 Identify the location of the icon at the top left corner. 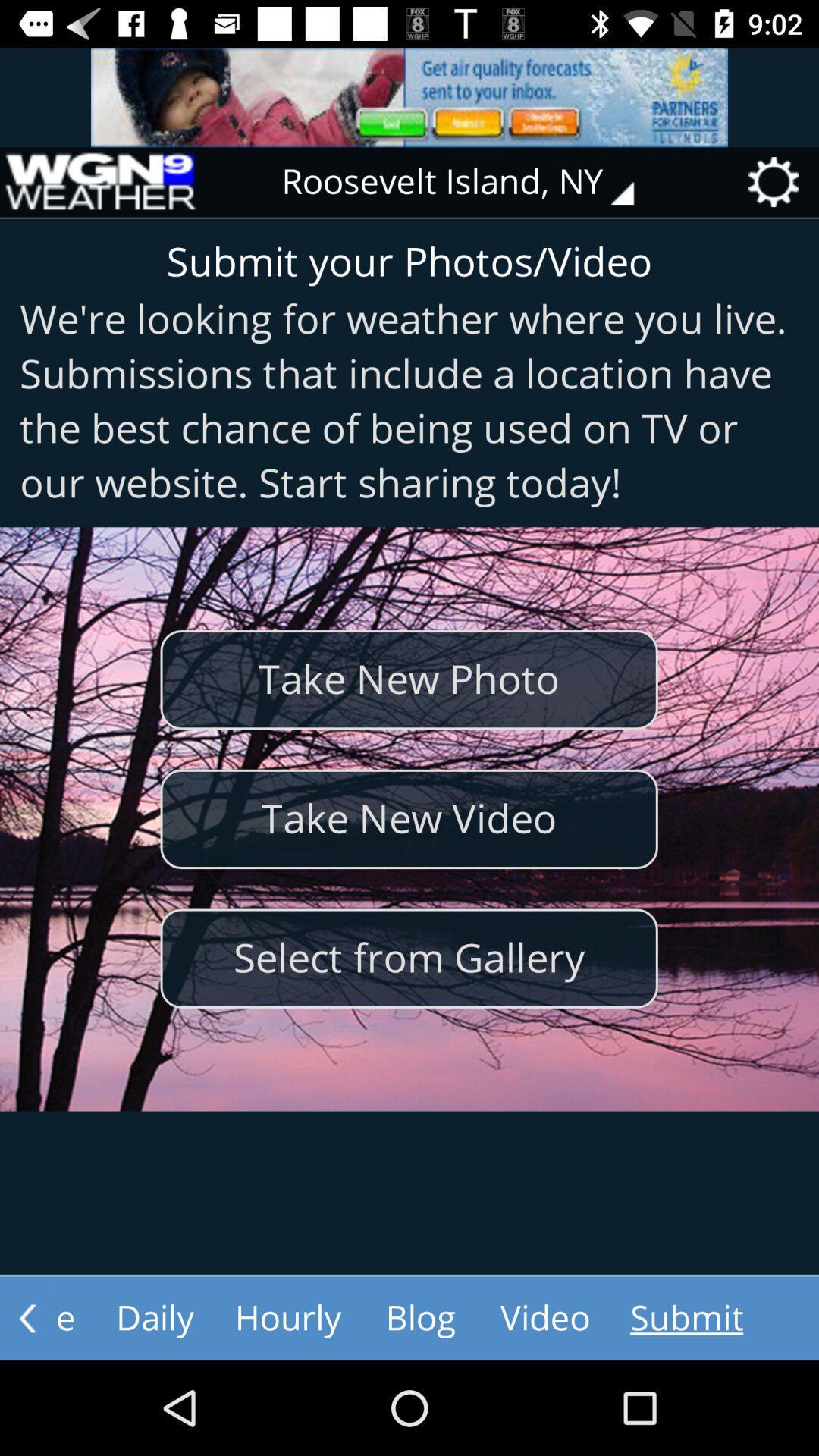
(99, 182).